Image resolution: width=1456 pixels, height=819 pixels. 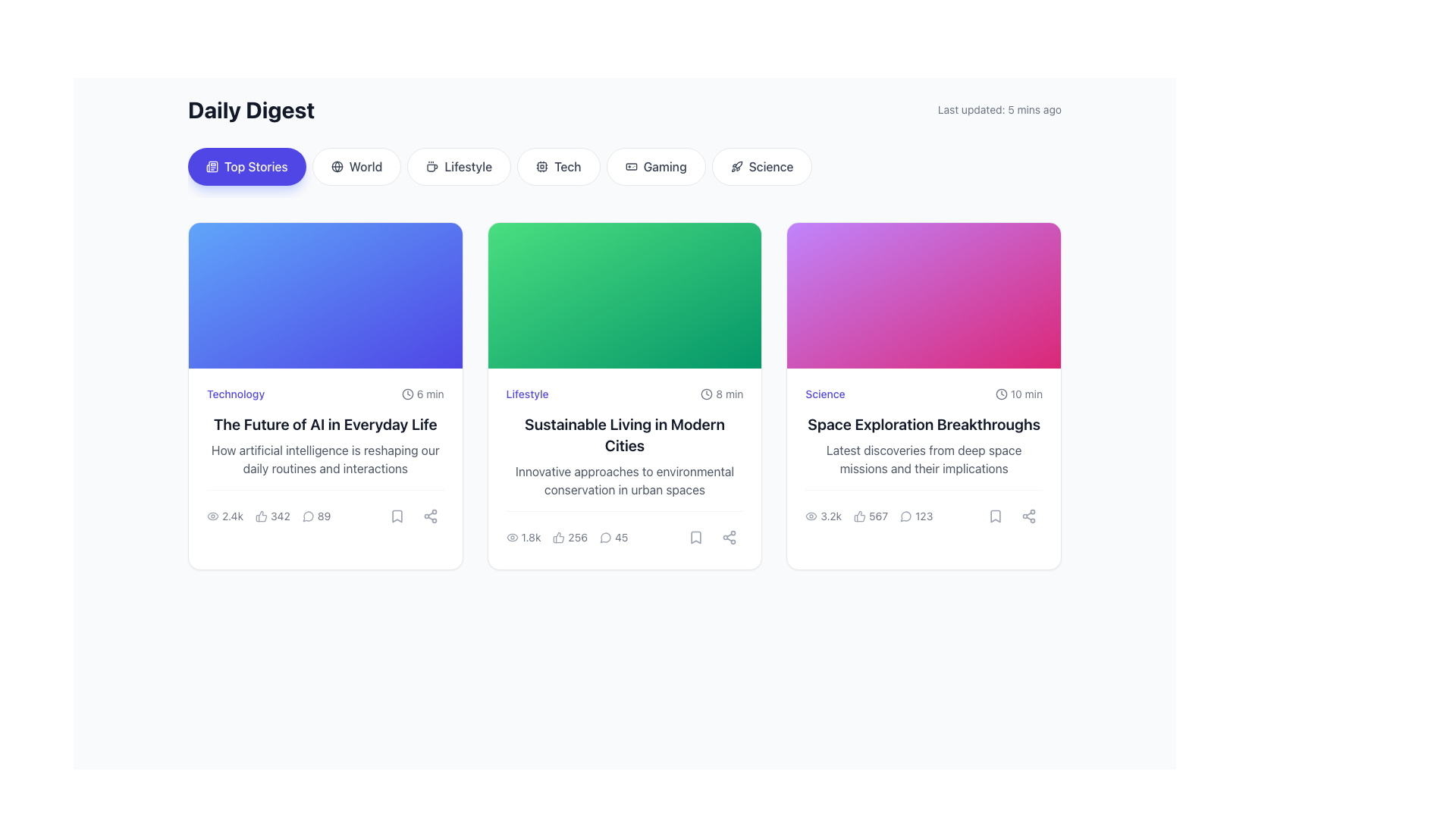 I want to click on the thumbs-up icon in the Interactive engagement summary bar located at the bottom of the article card discussing 'The Future of AI in Everyday Life' to like the article, so click(x=268, y=516).